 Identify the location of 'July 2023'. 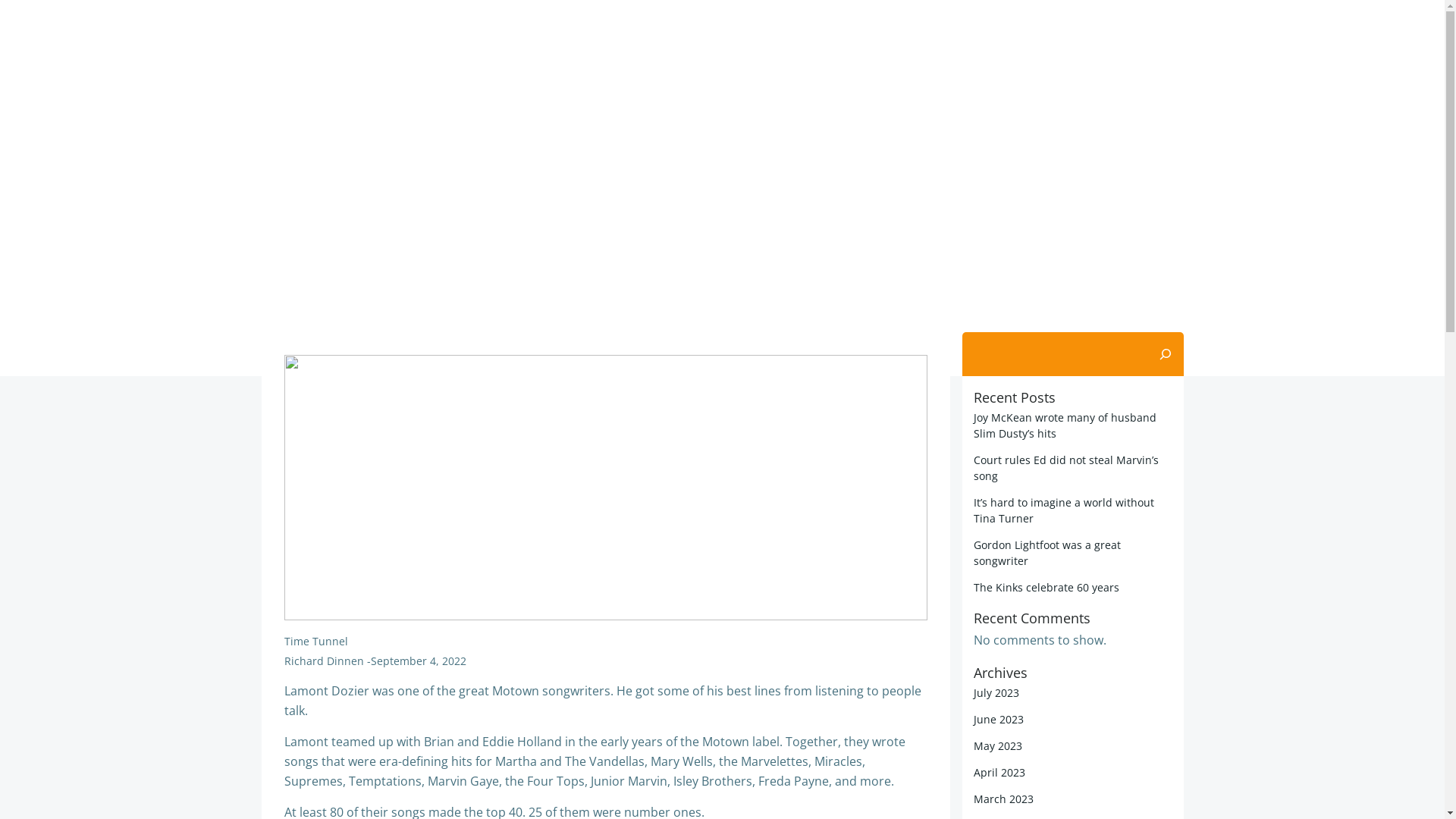
(996, 692).